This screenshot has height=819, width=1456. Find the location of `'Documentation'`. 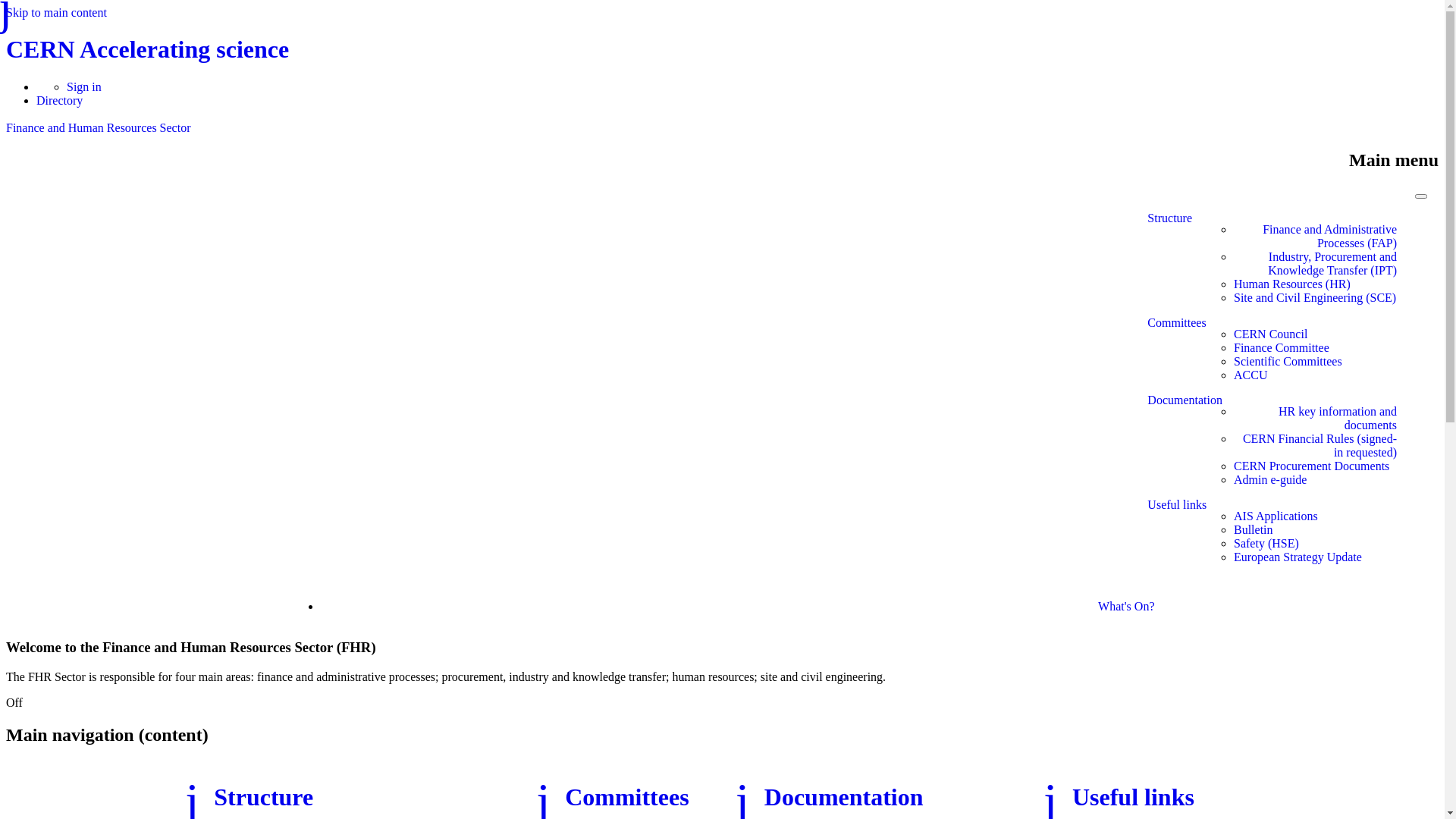

'Documentation' is located at coordinates (1147, 444).